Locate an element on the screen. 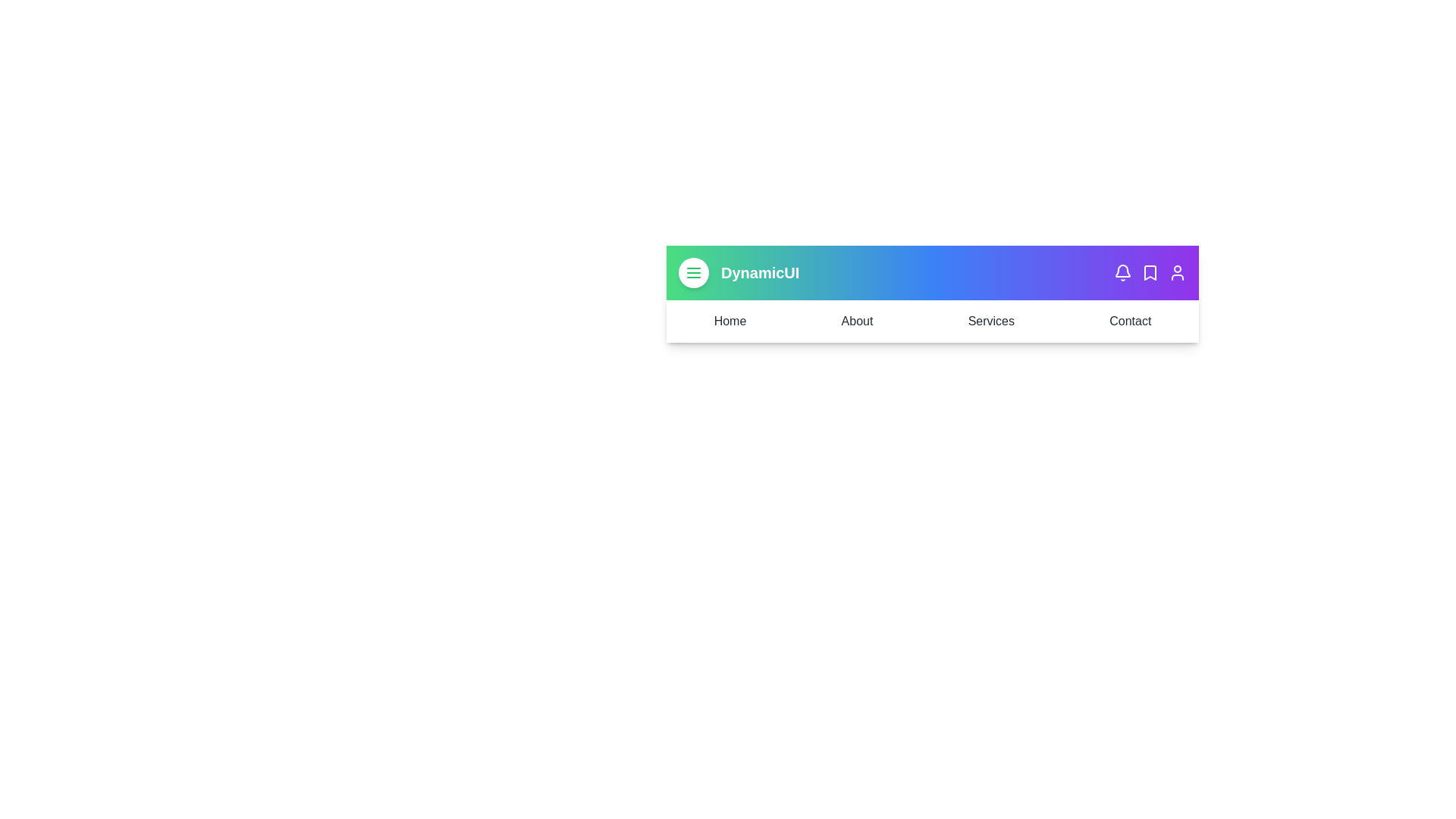  the menu link labeled Home is located at coordinates (730, 321).